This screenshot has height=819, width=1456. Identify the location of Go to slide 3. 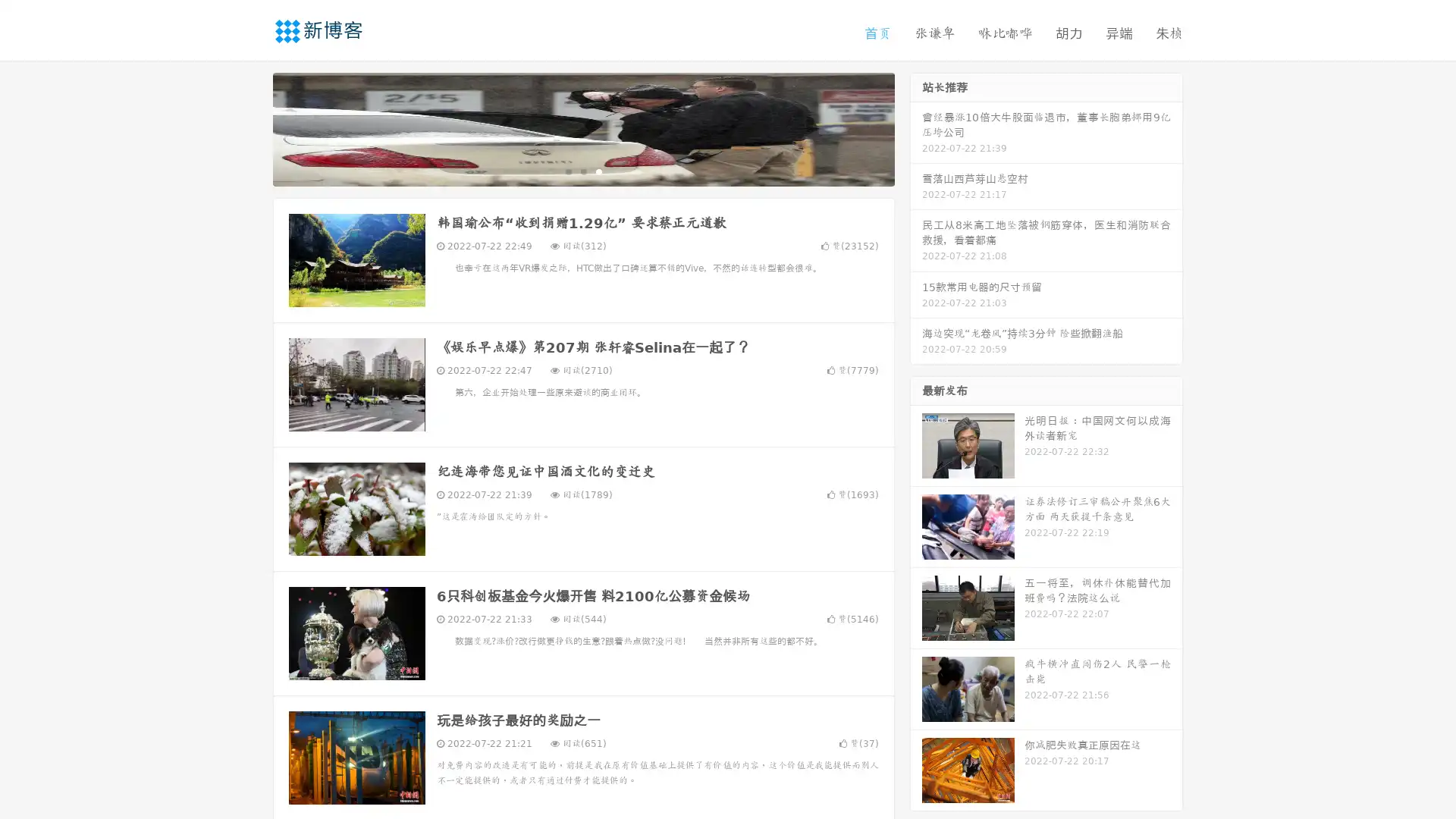
(598, 171).